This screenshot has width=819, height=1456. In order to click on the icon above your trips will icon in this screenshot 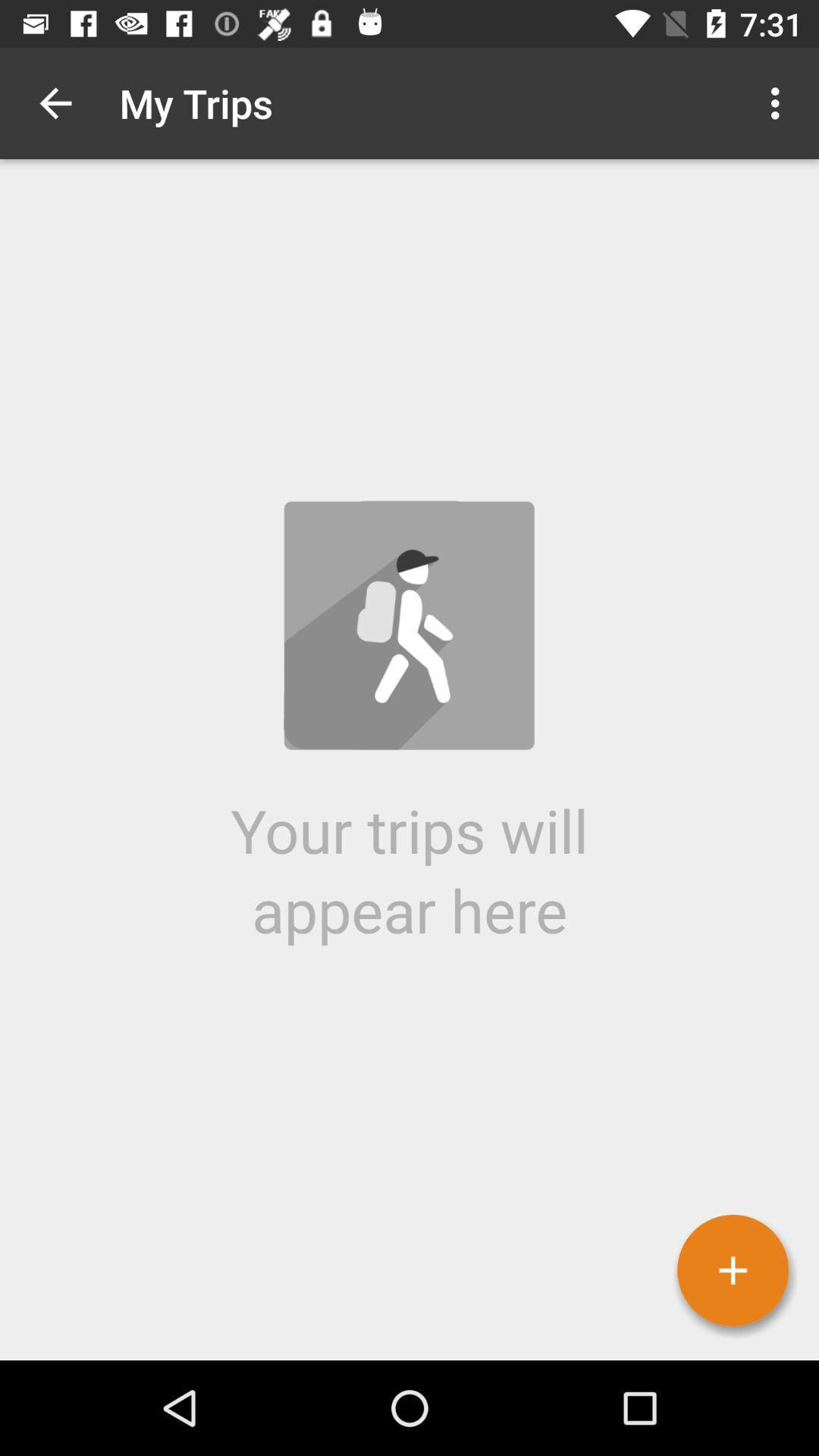, I will do `click(55, 102)`.